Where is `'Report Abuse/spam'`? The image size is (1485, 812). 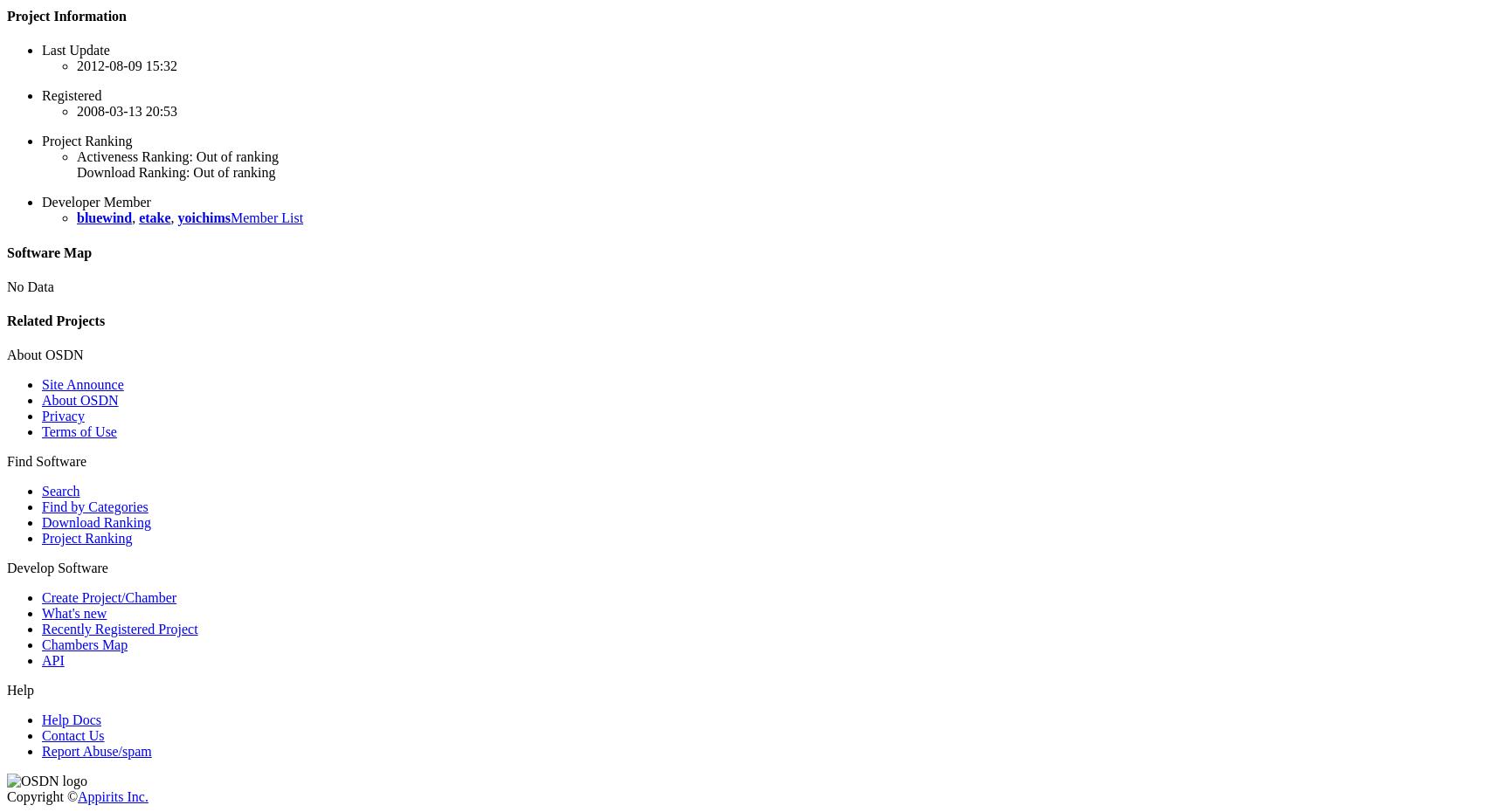 'Report Abuse/spam' is located at coordinates (95, 751).